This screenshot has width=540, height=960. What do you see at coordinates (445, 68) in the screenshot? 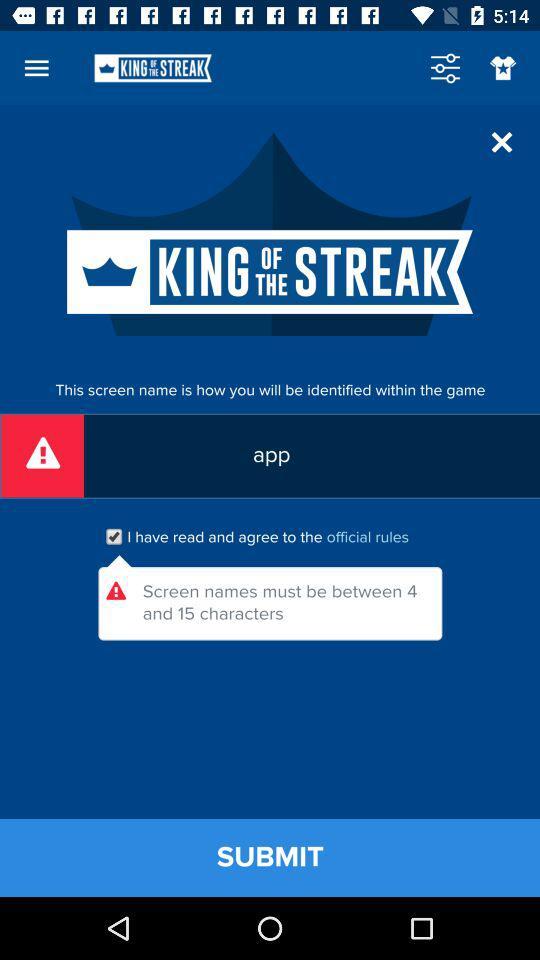
I see `the sliders icon` at bounding box center [445, 68].